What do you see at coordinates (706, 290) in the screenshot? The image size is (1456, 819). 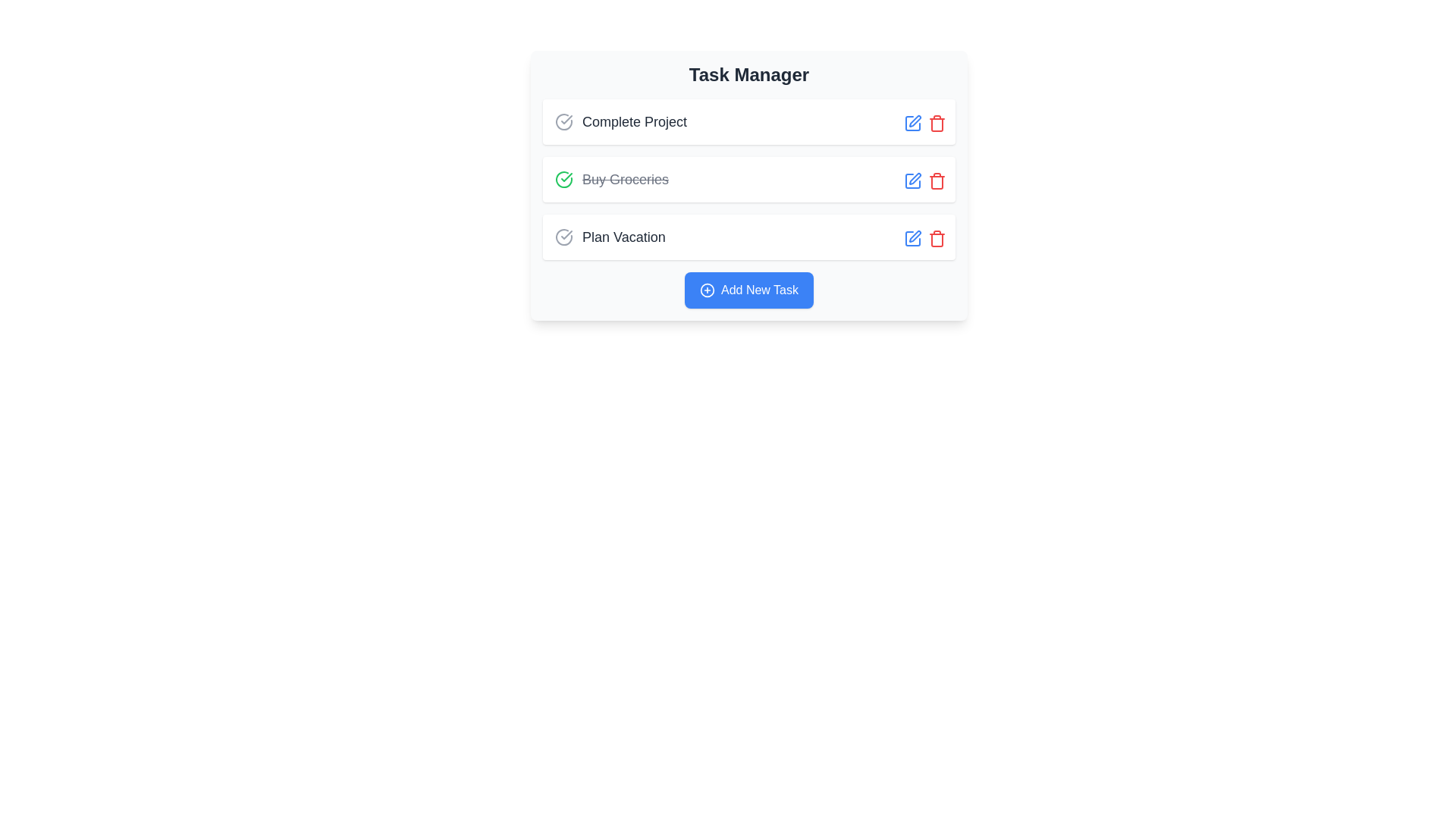 I see `the 'Add New Task' button that contains the circular 'plus' icon, which is centered at the bottom of the task list` at bounding box center [706, 290].